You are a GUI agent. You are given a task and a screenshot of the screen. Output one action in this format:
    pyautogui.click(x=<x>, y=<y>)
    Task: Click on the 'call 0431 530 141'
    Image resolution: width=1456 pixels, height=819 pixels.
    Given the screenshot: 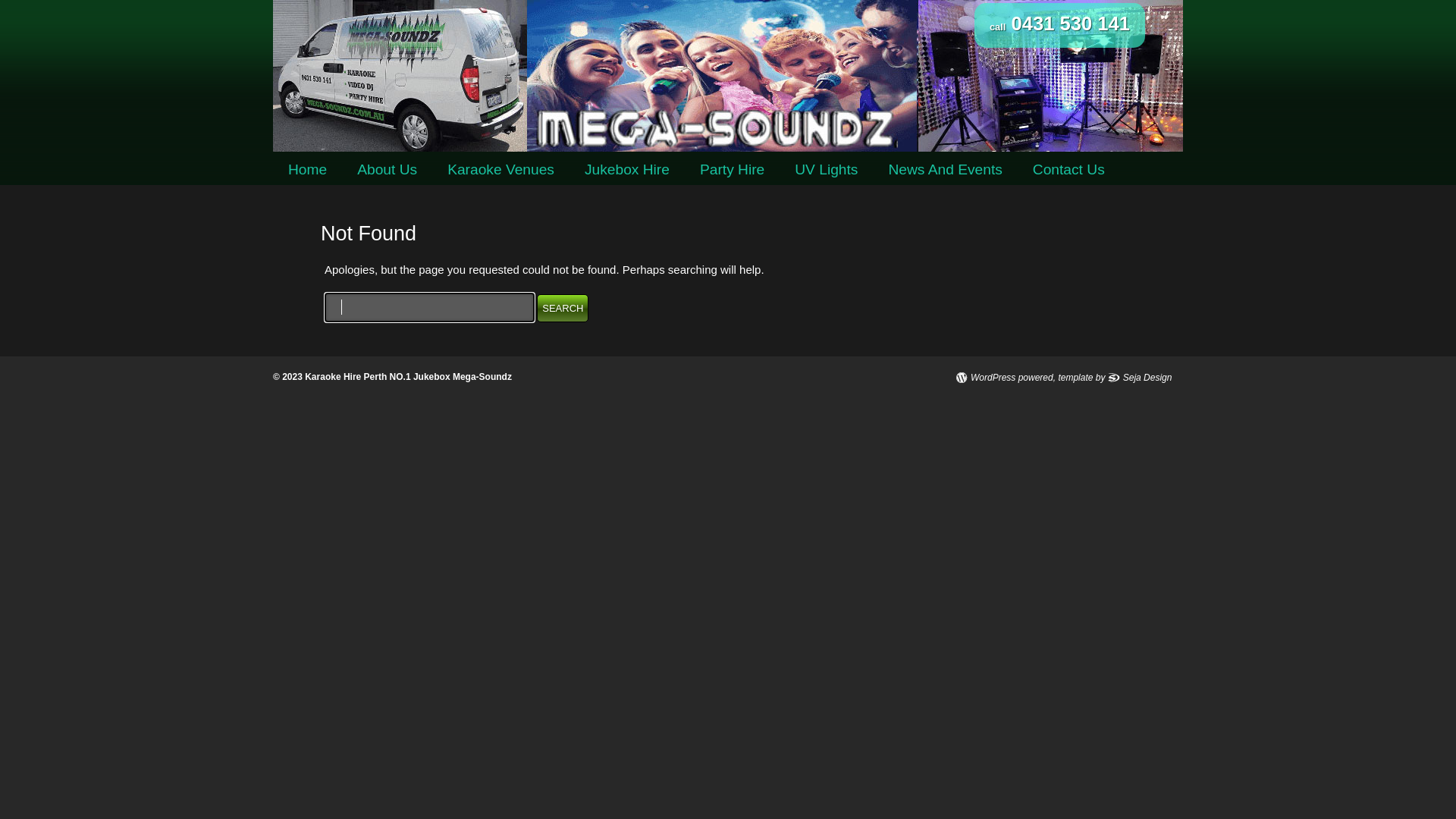 What is the action you would take?
    pyautogui.click(x=1059, y=25)
    